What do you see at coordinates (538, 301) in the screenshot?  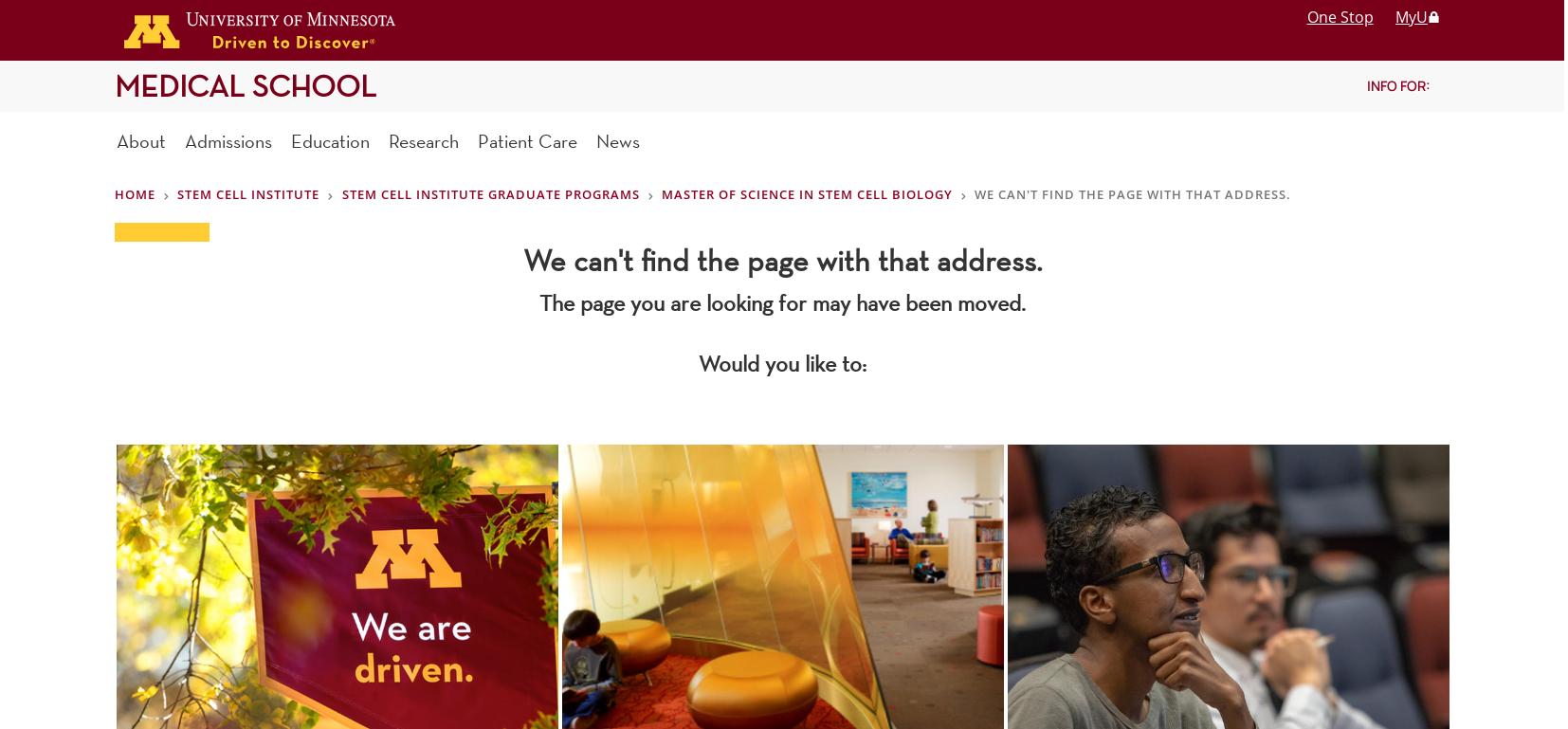 I see `'The page you are looking for may have been moved.'` at bounding box center [538, 301].